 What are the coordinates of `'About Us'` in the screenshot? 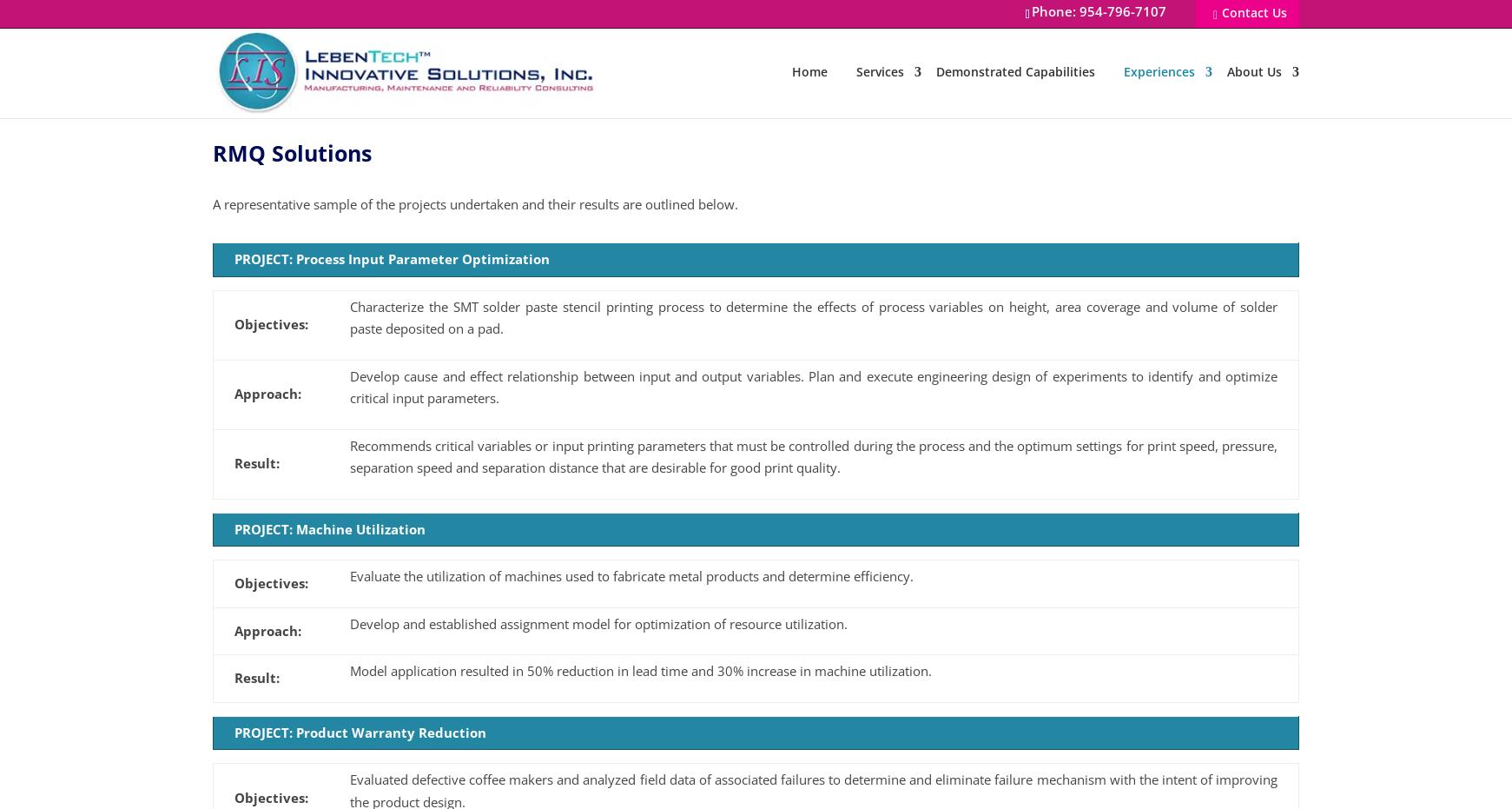 It's located at (1253, 71).